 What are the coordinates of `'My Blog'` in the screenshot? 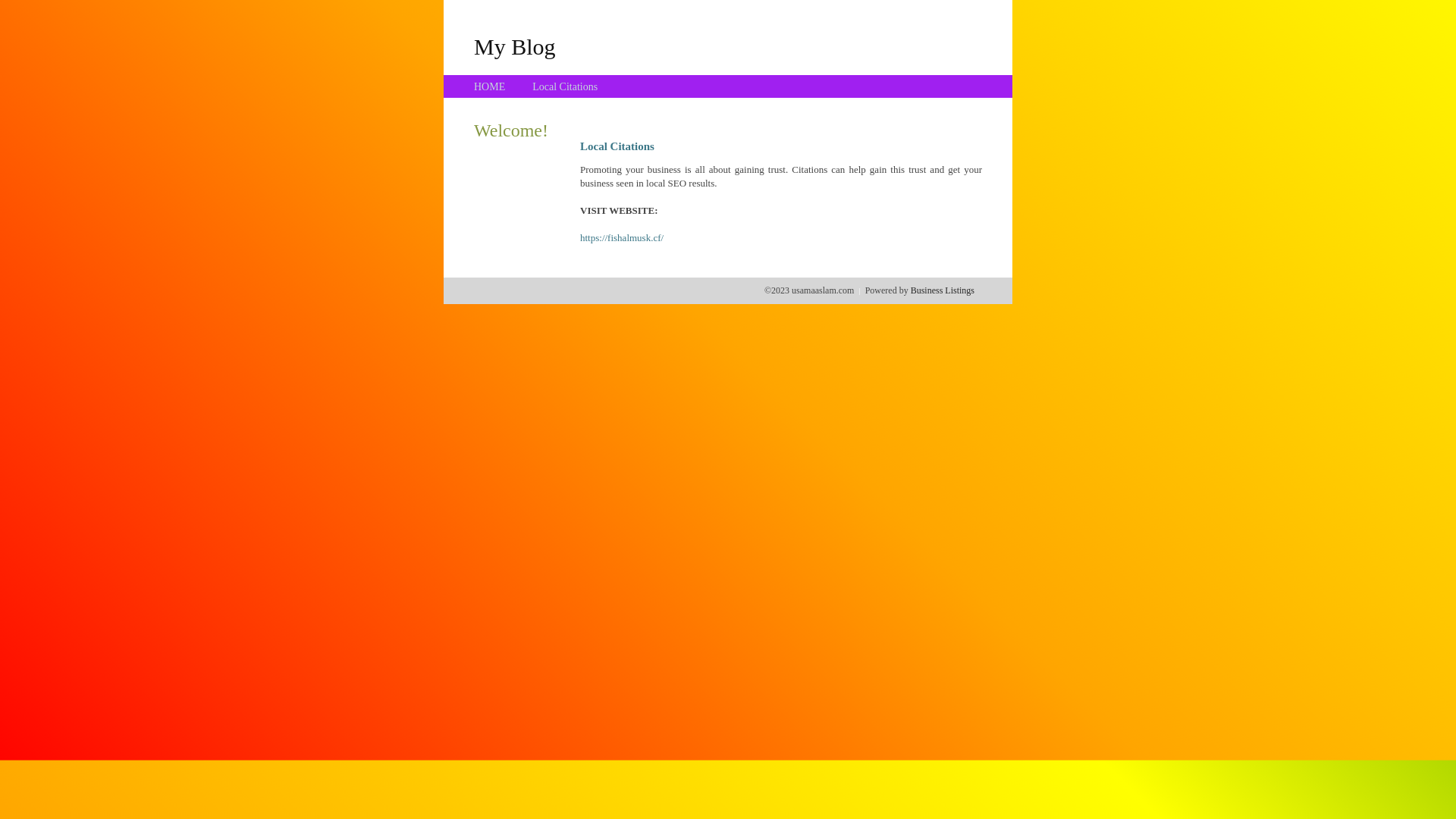 It's located at (514, 45).